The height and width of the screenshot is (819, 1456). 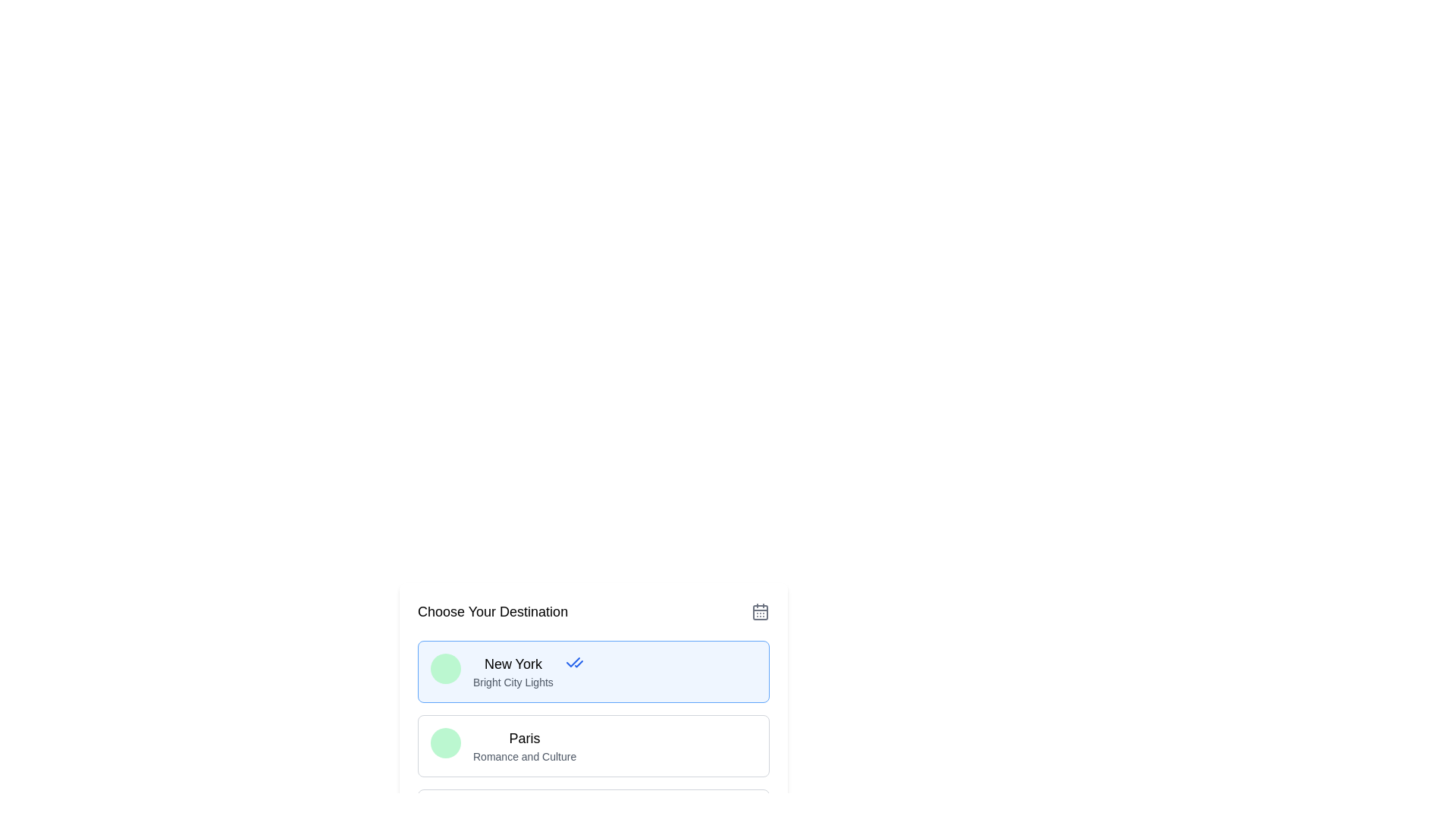 I want to click on the 'New York' selectable card in the list of destinations, so click(x=592, y=671).